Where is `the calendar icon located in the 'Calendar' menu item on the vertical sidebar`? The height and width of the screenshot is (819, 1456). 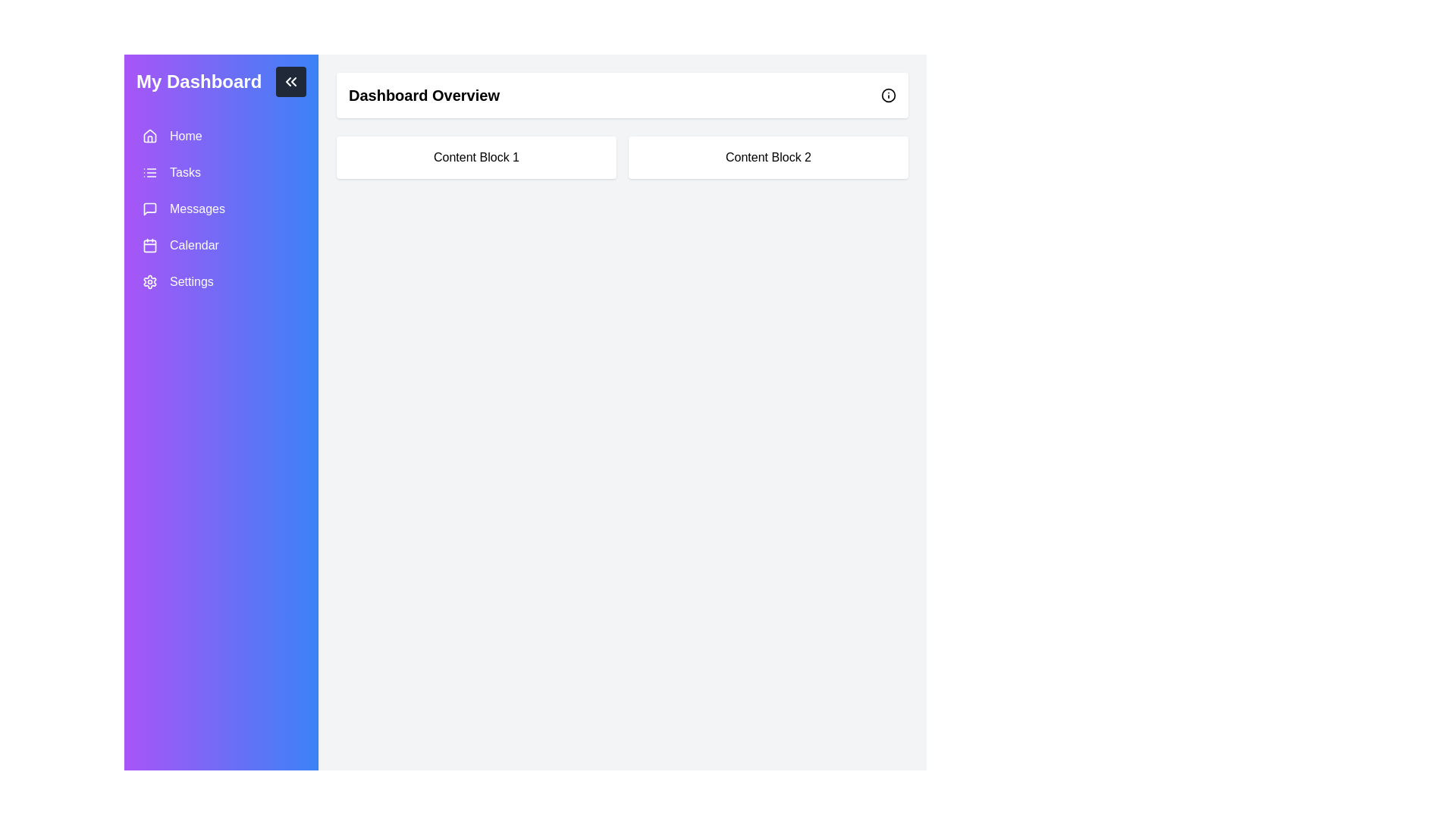 the calendar icon located in the 'Calendar' menu item on the vertical sidebar is located at coordinates (149, 245).